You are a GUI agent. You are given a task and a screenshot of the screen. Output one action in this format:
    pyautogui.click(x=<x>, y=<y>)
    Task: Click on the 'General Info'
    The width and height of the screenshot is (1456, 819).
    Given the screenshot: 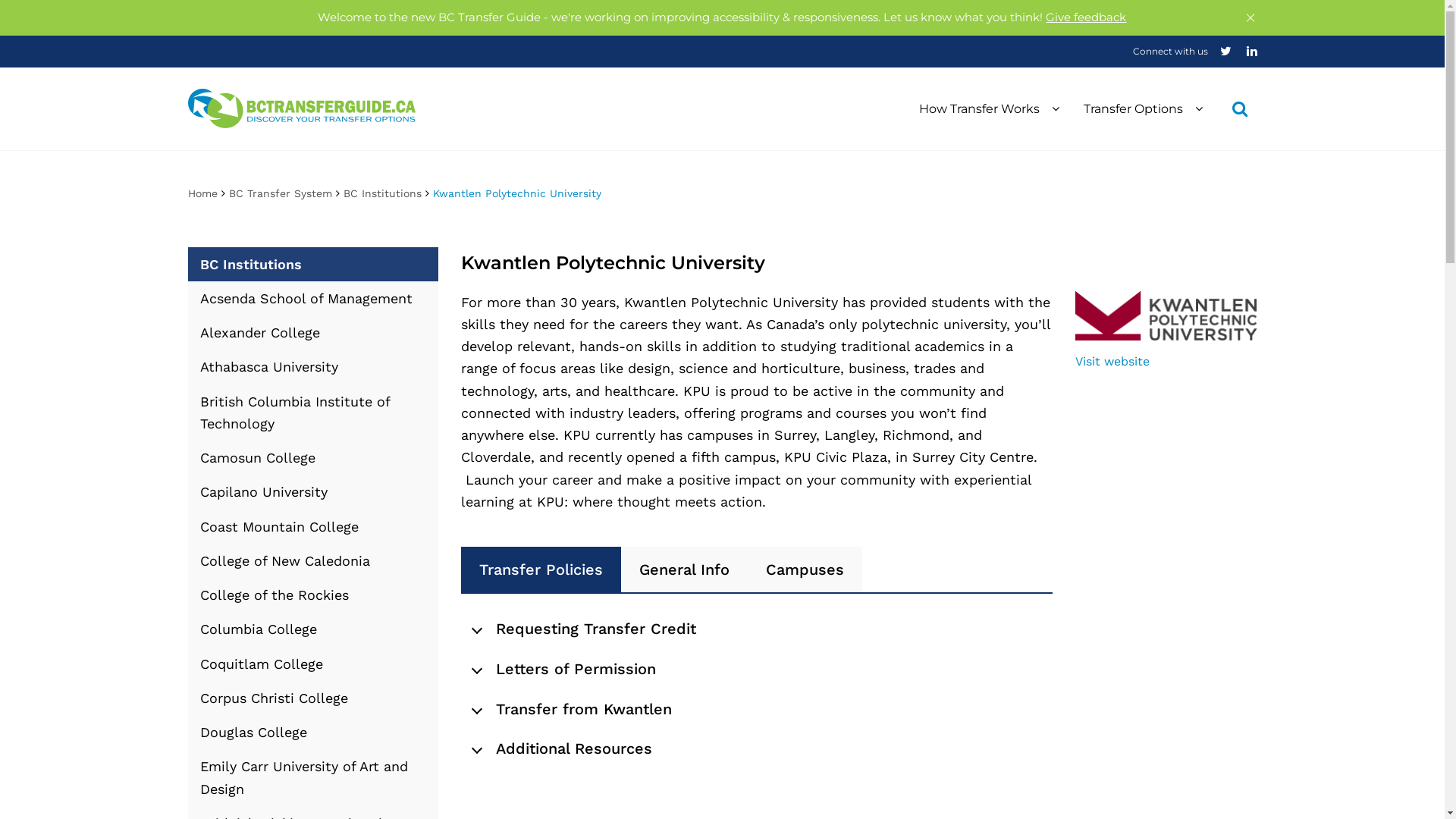 What is the action you would take?
    pyautogui.click(x=682, y=570)
    